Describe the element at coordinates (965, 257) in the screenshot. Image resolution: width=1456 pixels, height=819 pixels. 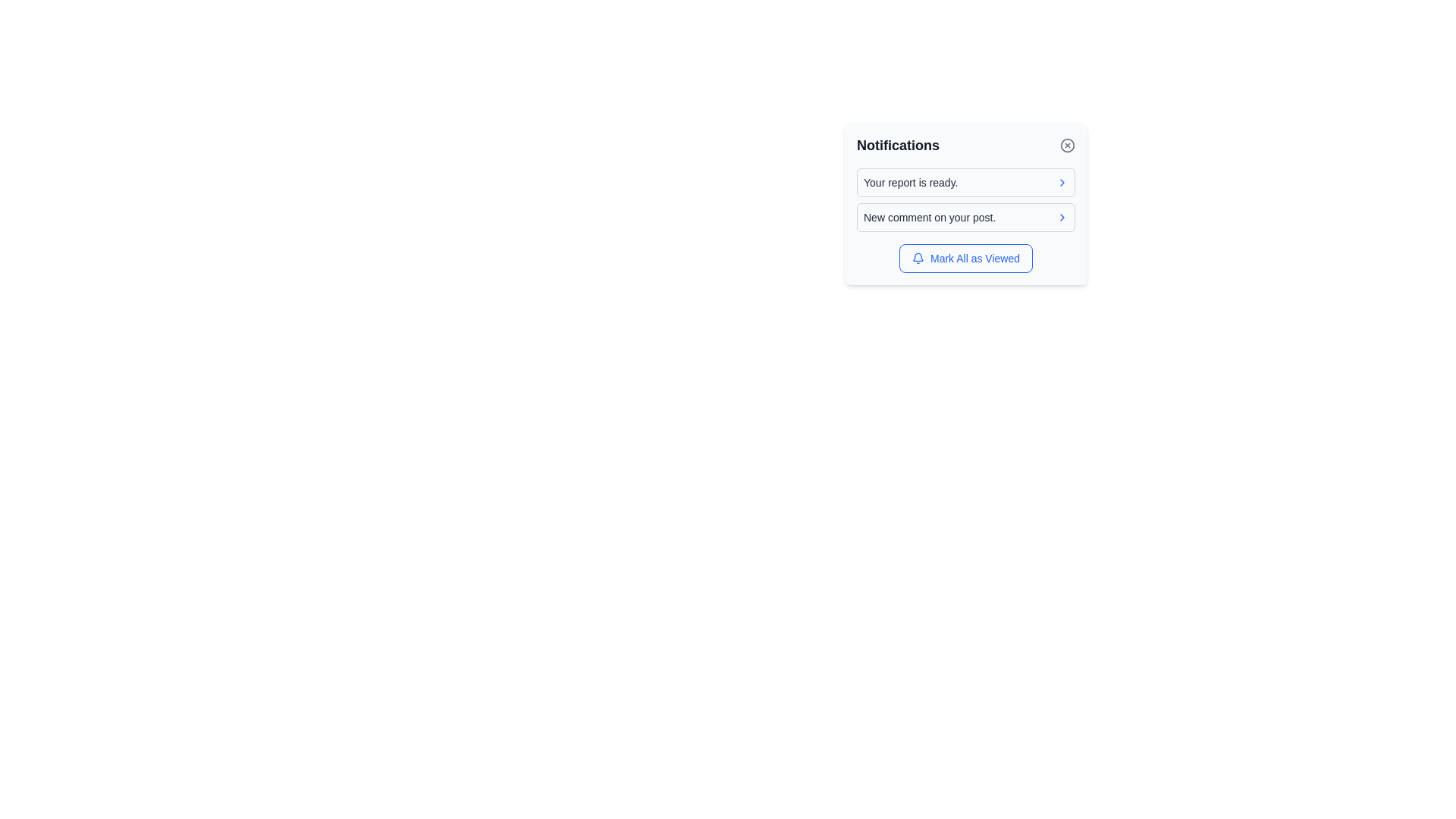
I see `the 'Mark All as Viewed' button with a blue border and bell icon` at that location.